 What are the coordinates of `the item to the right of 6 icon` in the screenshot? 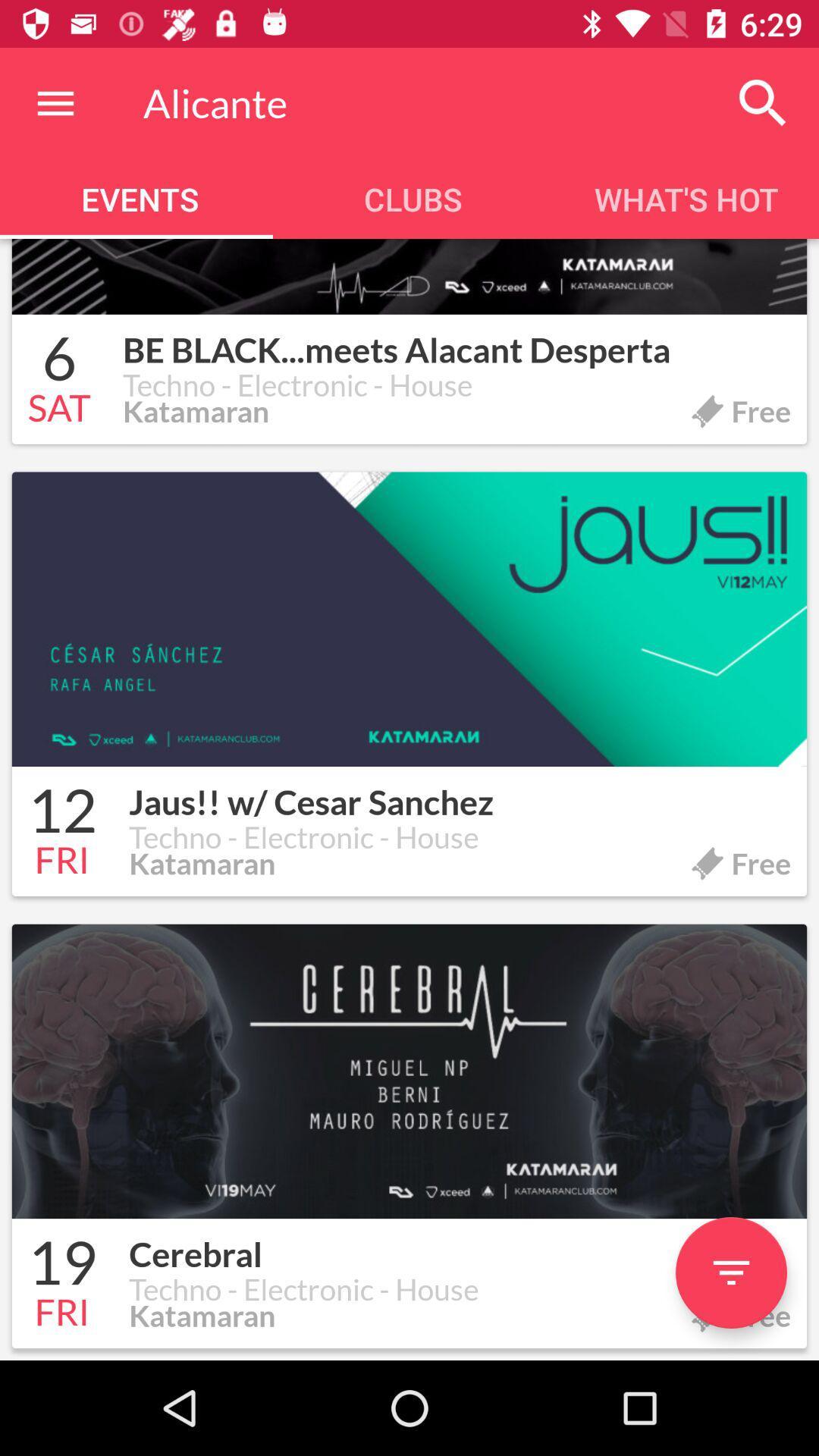 It's located at (456, 340).